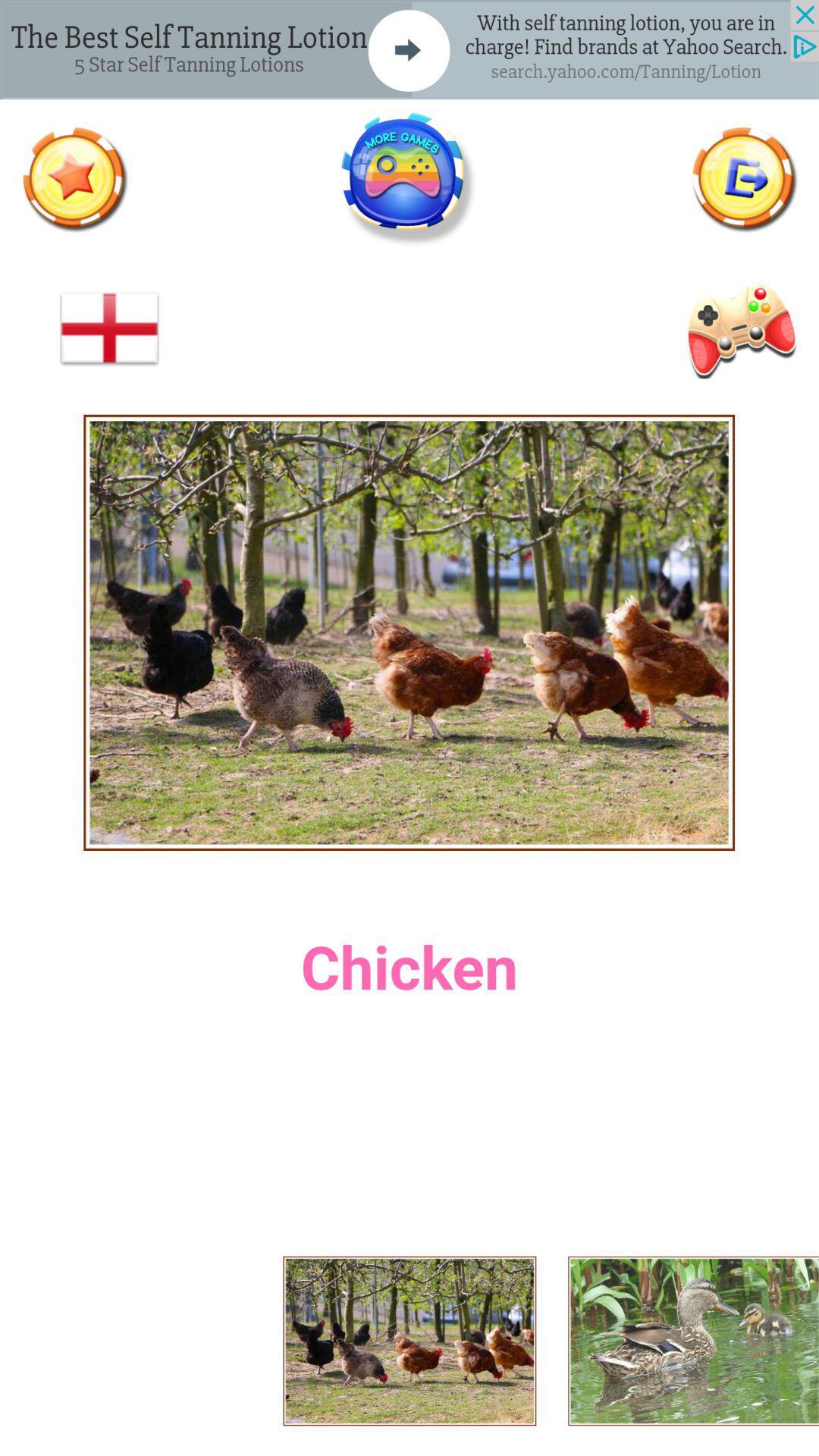 Image resolution: width=819 pixels, height=1456 pixels. Describe the element at coordinates (408, 179) in the screenshot. I see `game` at that location.